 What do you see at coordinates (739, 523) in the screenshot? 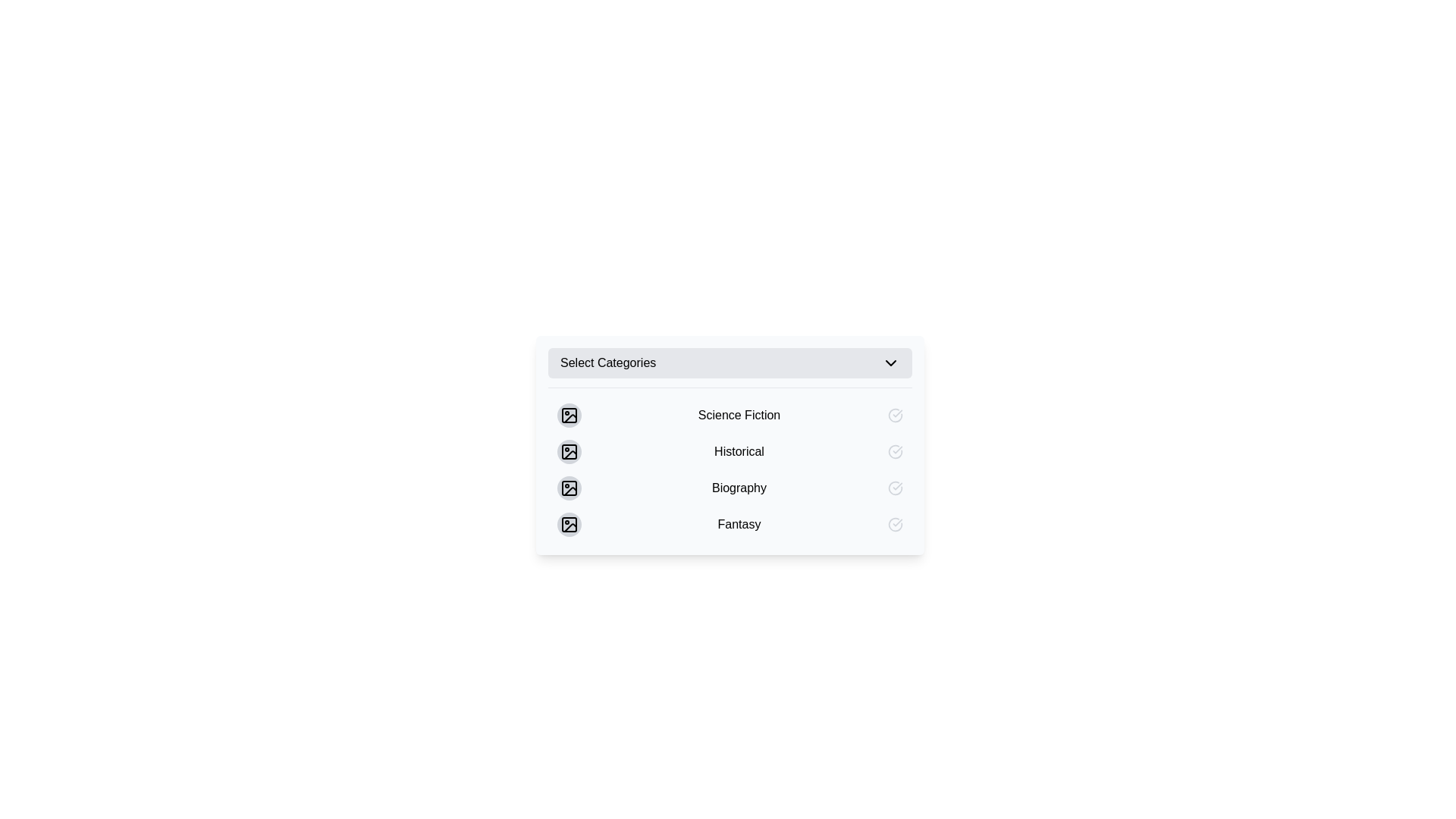
I see `the 'Fantasy' text label in the dropdown menu` at bounding box center [739, 523].